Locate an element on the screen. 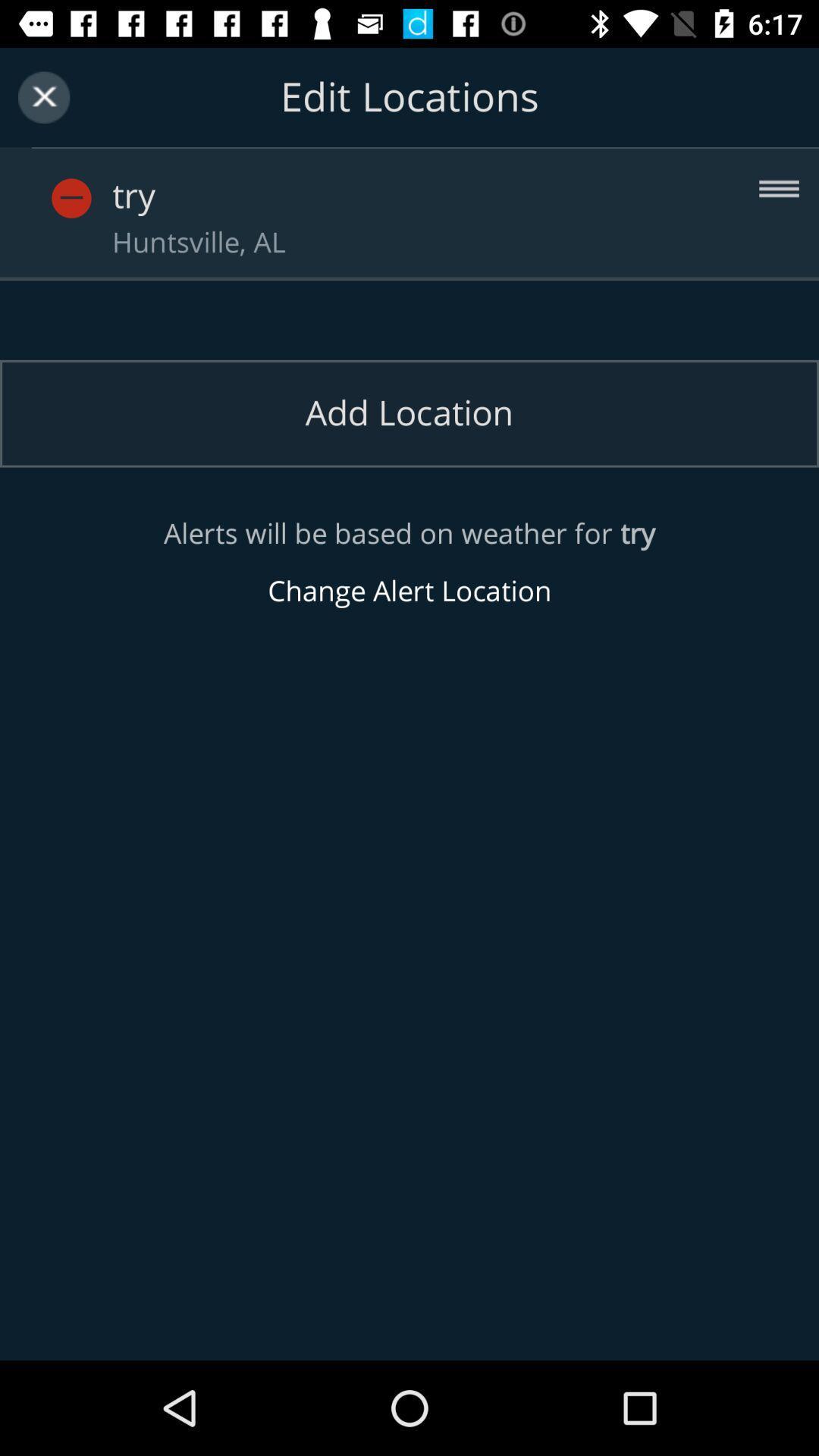 The height and width of the screenshot is (1456, 819). alerts will be icon is located at coordinates (409, 562).